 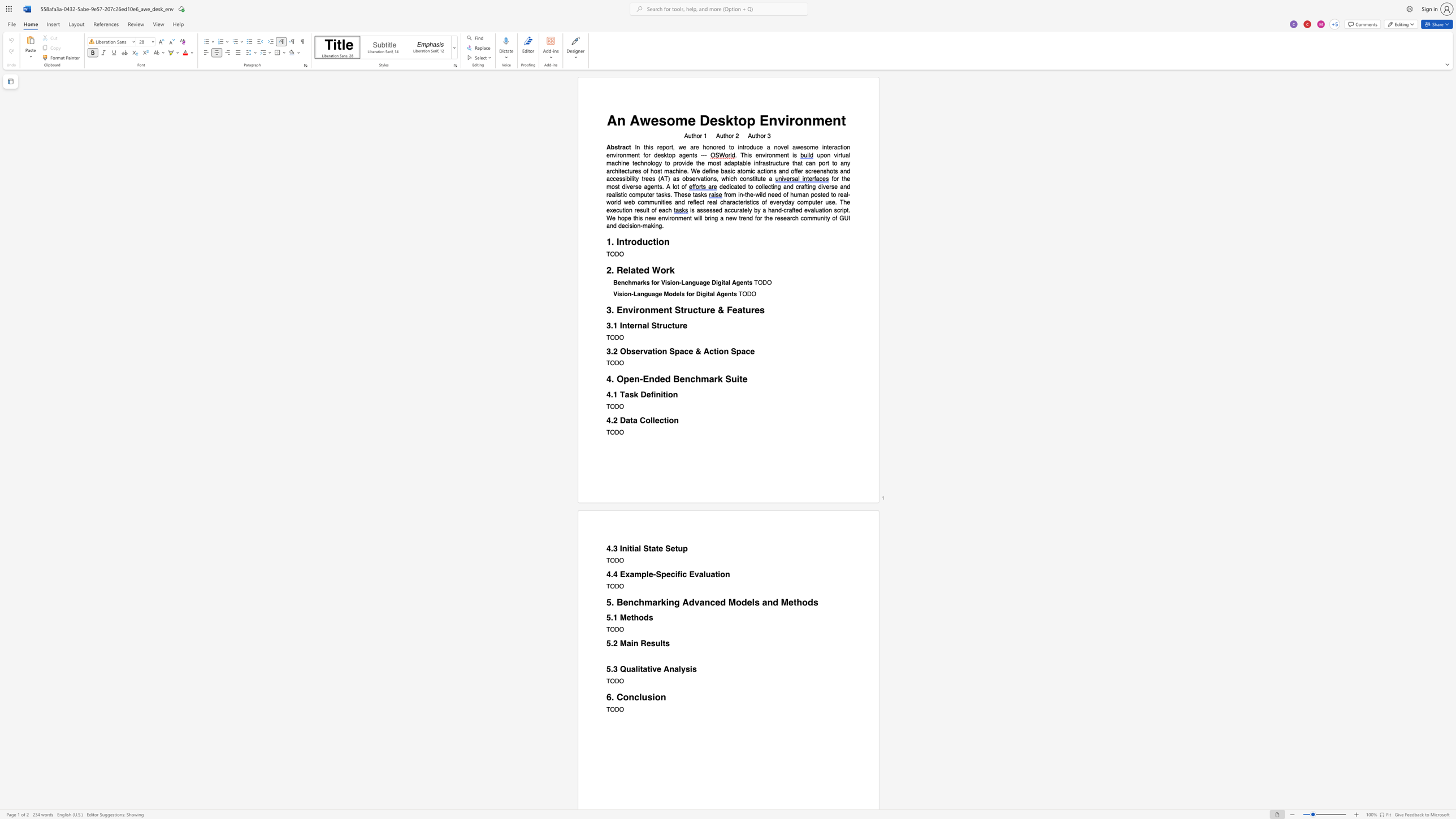 What do you see at coordinates (772, 155) in the screenshot?
I see `the subset text "nm" within the text ". This environment is"` at bounding box center [772, 155].